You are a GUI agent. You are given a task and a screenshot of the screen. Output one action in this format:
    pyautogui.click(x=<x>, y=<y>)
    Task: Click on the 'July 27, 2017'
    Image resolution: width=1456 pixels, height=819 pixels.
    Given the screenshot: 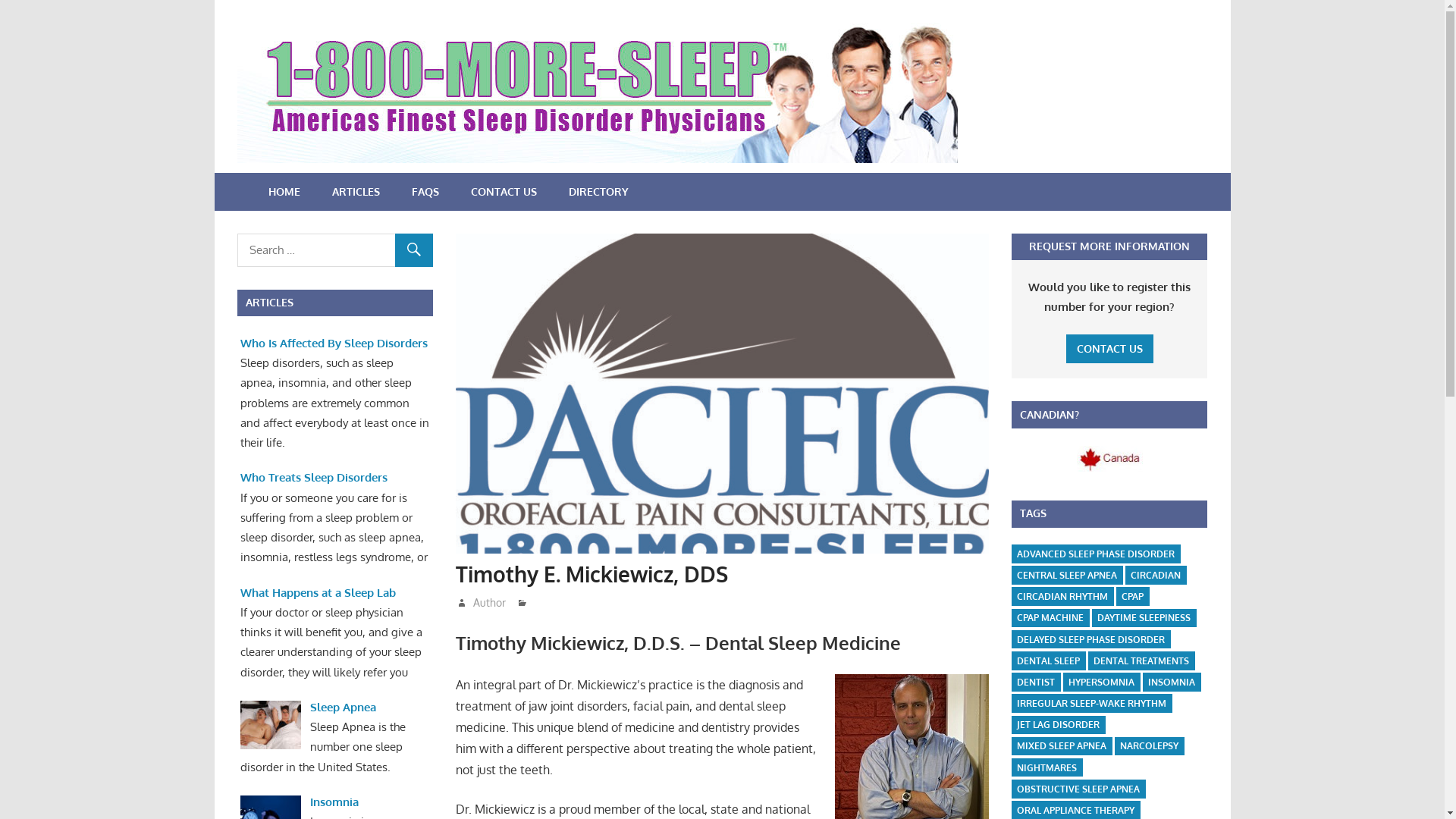 What is the action you would take?
    pyautogui.click(x=498, y=601)
    